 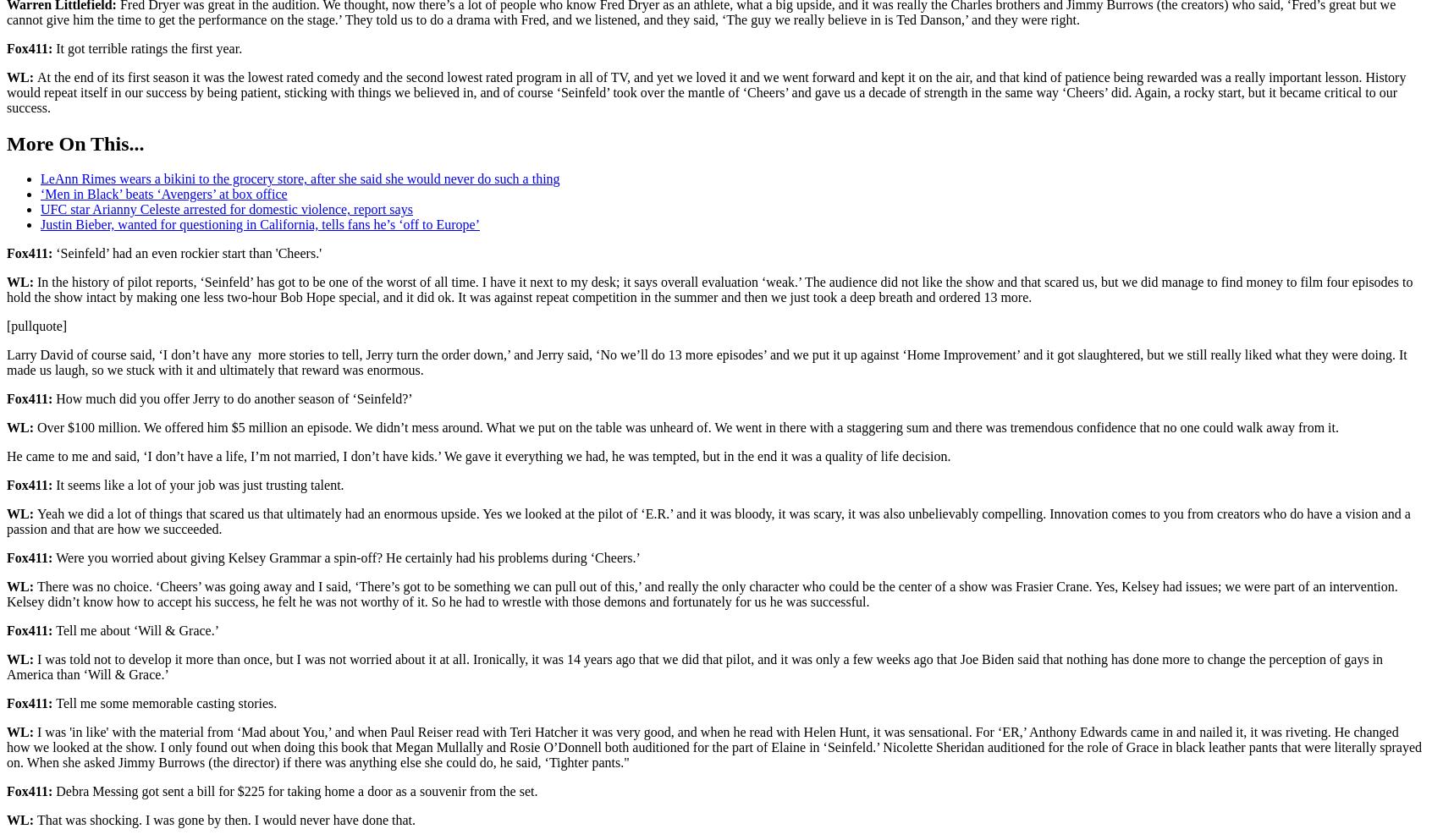 What do you see at coordinates (708, 520) in the screenshot?
I see `'Yeah we did a lot of things that scared us that ultimately had an enormous upside. Yes we looked at the pilot of ‘E.R.’ and it was bloody, it was scary, it was also unbelievably compelling. Innovation comes to you from creators who do have a vision and a passion and that are how we succeeded.'` at bounding box center [708, 520].